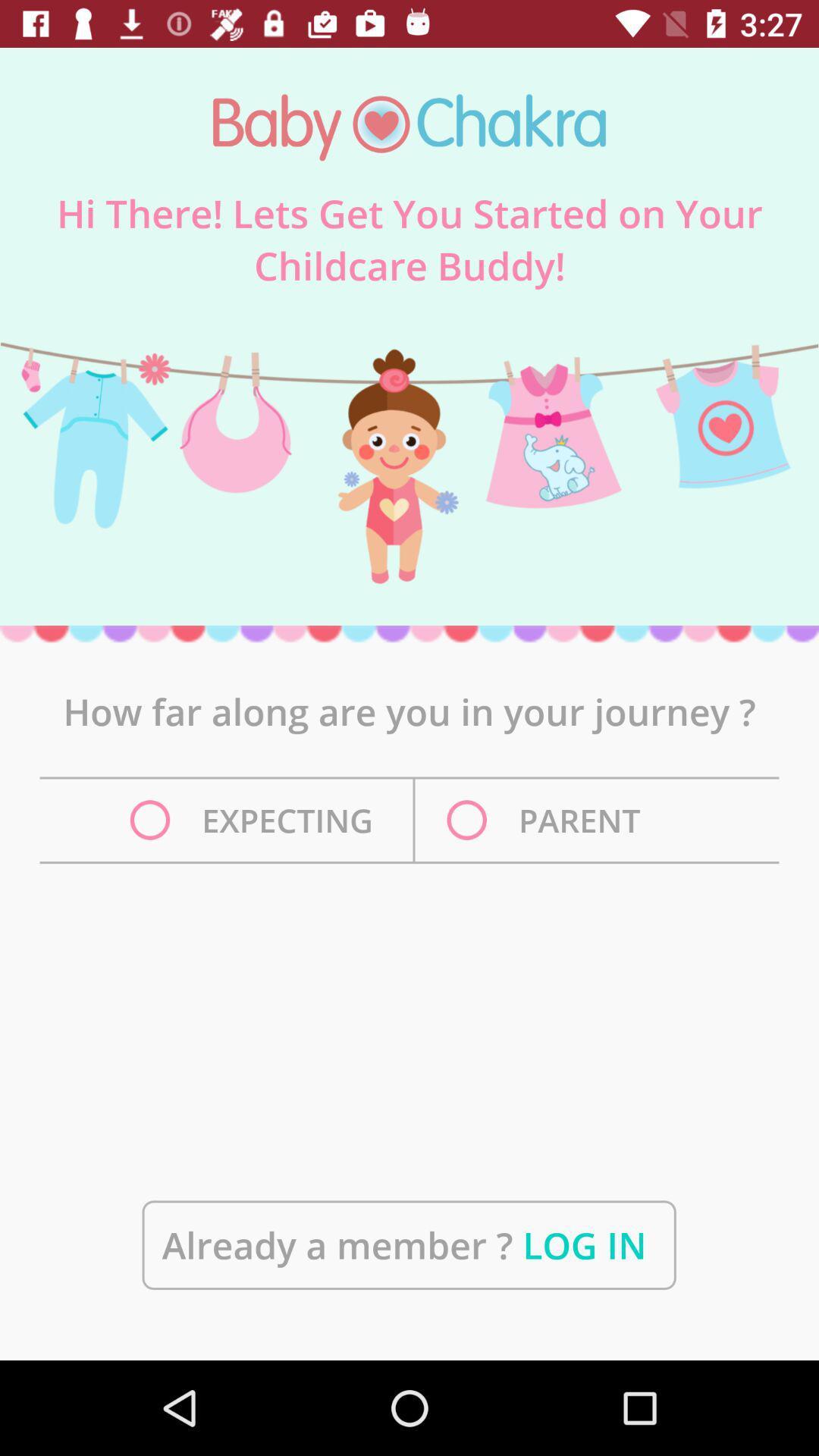 The image size is (819, 1456). What do you see at coordinates (548, 819) in the screenshot?
I see `icon on the right` at bounding box center [548, 819].